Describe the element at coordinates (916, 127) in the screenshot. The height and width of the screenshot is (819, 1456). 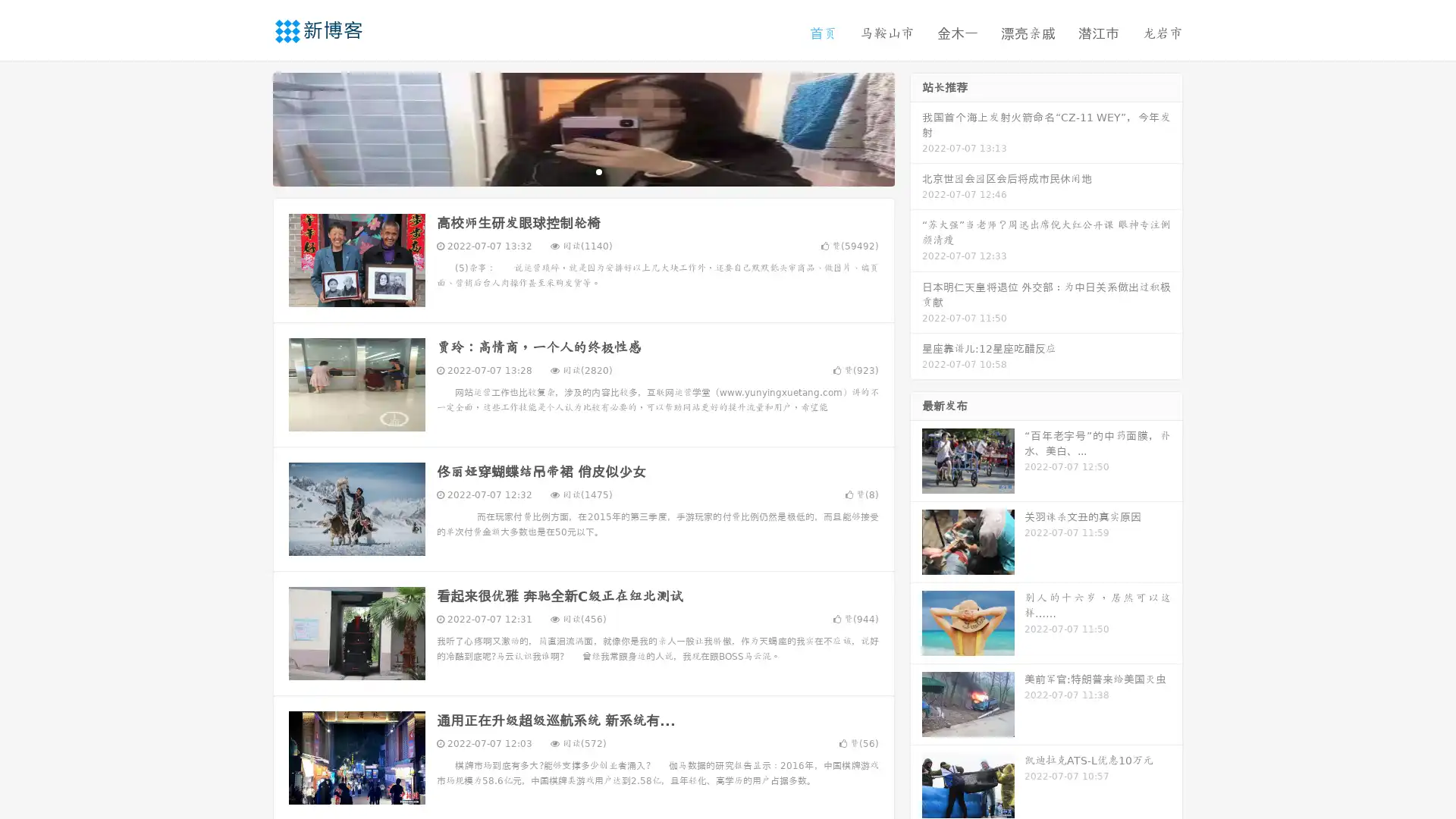
I see `Next slide` at that location.